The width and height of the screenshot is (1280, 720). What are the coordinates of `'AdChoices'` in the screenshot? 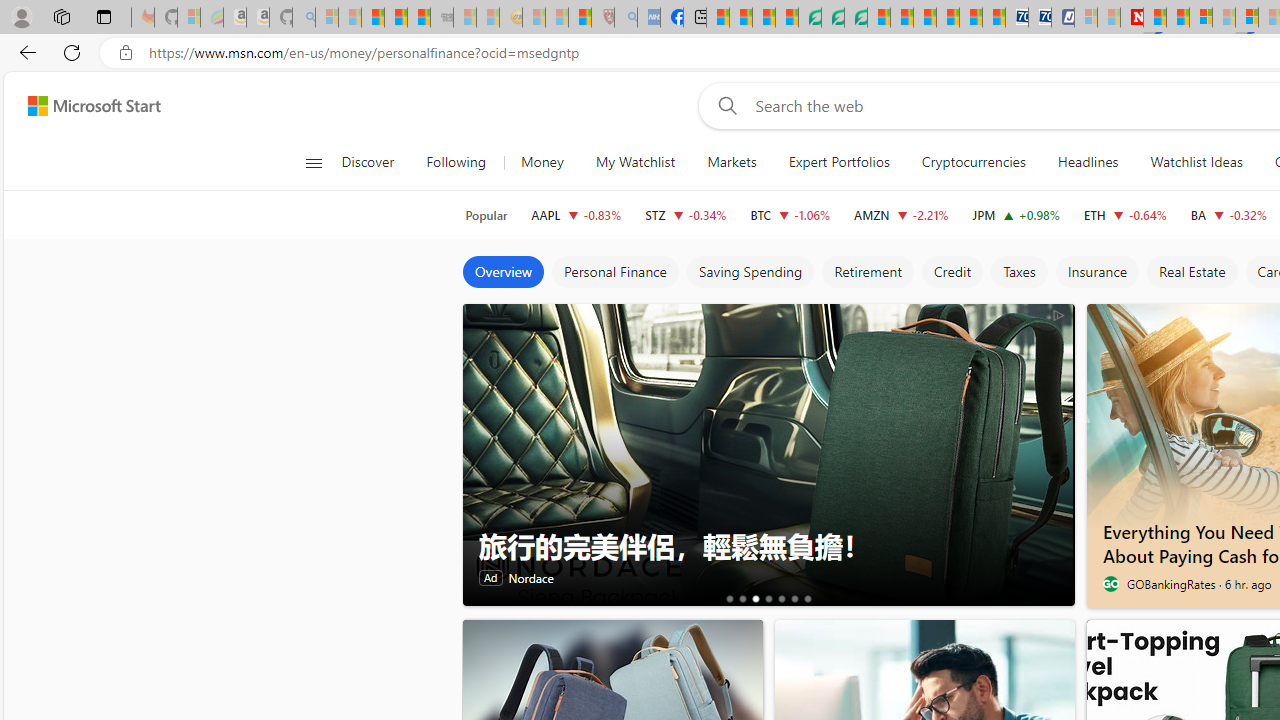 It's located at (1057, 314).